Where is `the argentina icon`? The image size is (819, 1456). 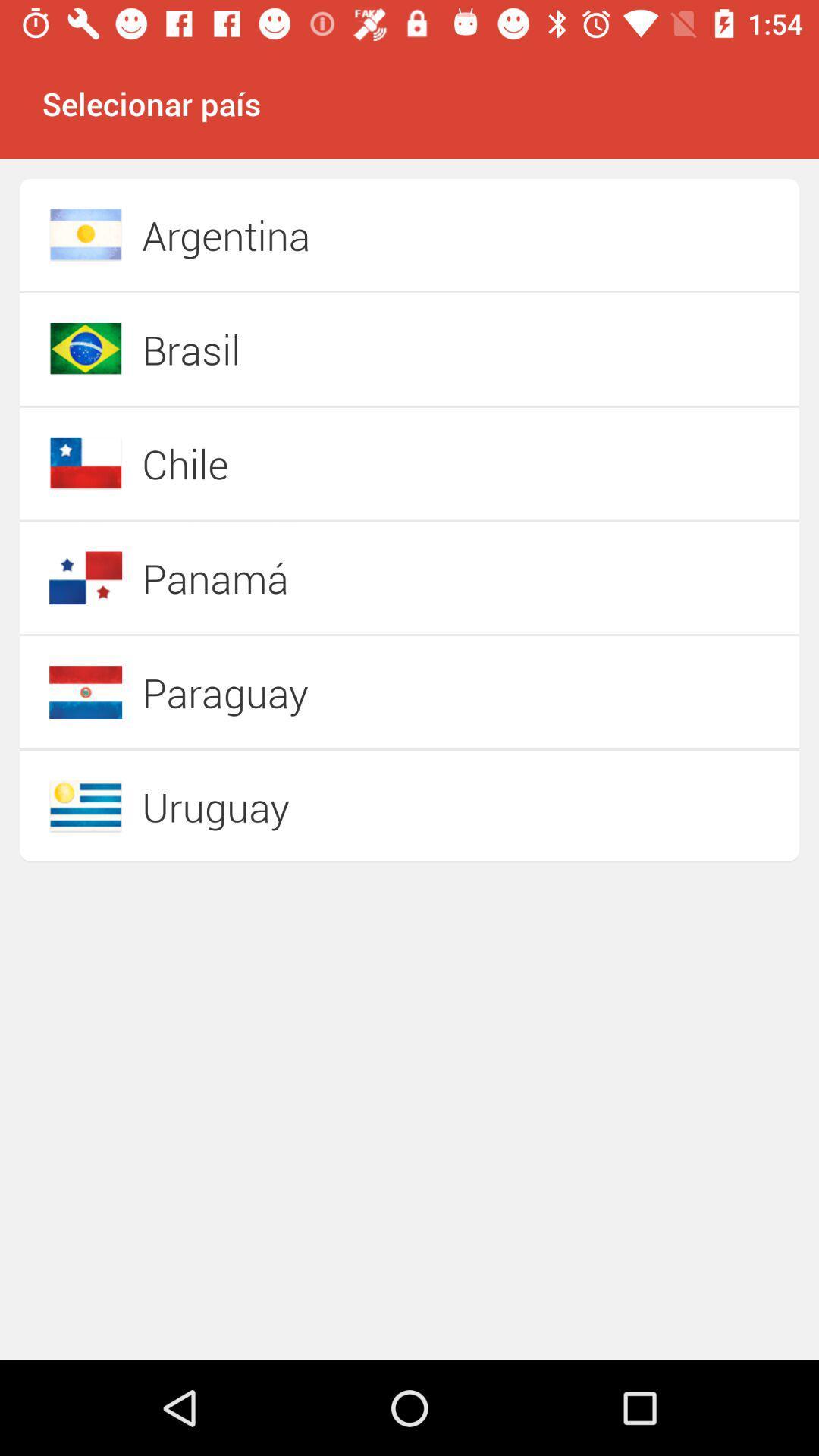
the argentina icon is located at coordinates (356, 234).